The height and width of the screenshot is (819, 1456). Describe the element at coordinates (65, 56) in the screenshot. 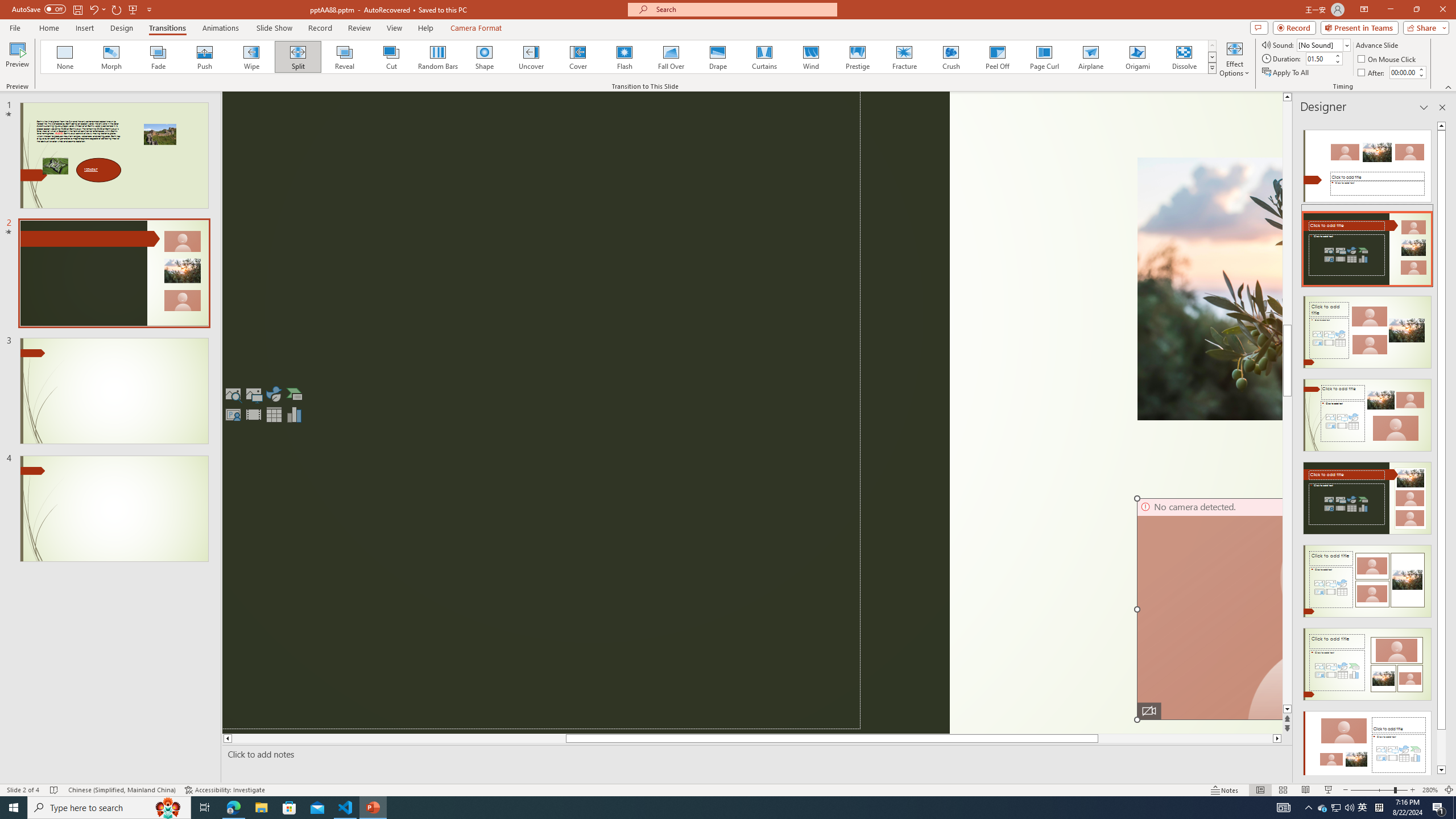

I see `'None'` at that location.